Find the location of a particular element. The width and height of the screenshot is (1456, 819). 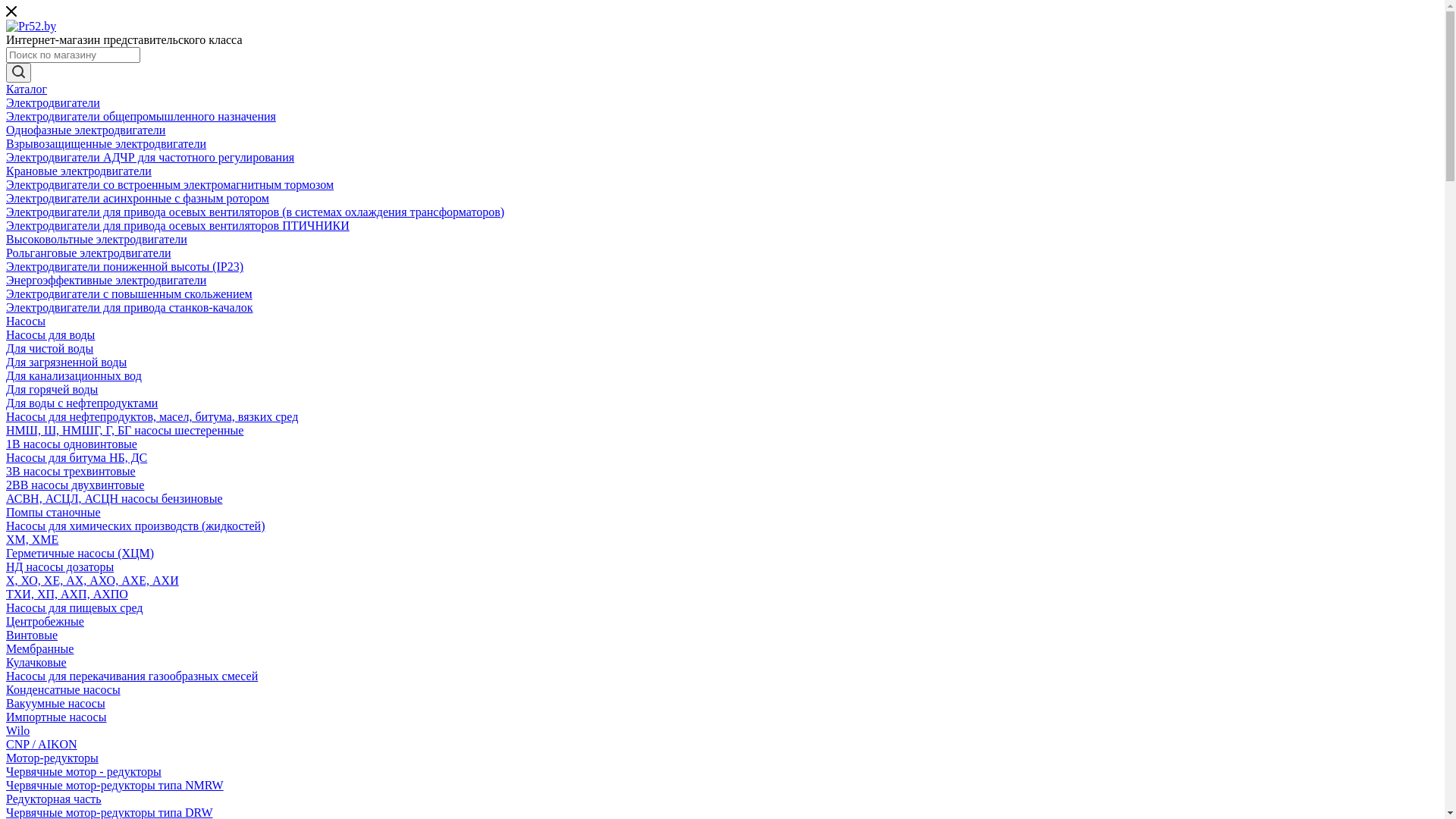

'Wilo' is located at coordinates (17, 730).